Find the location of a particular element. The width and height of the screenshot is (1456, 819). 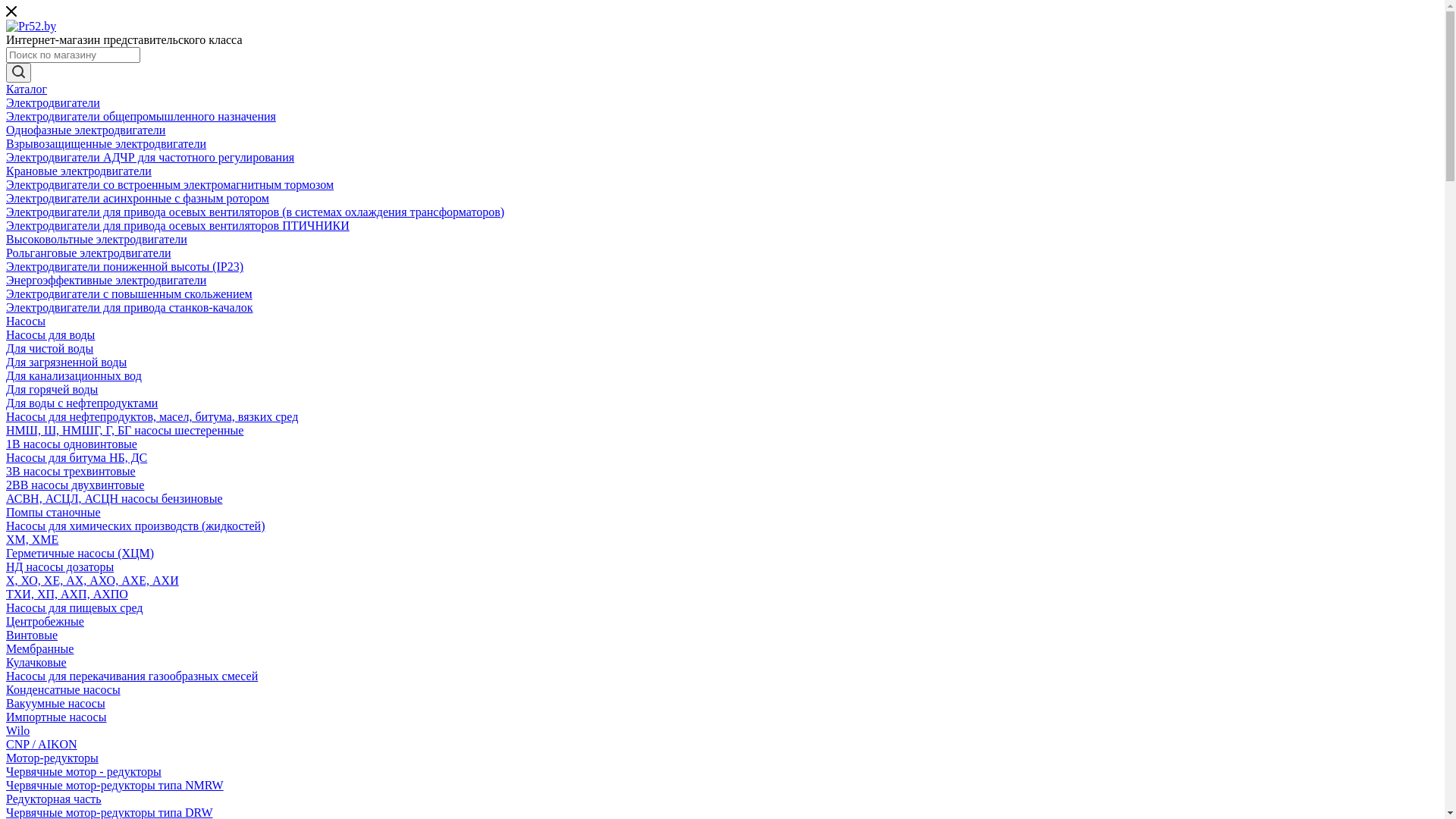

'Wilo' is located at coordinates (17, 730).